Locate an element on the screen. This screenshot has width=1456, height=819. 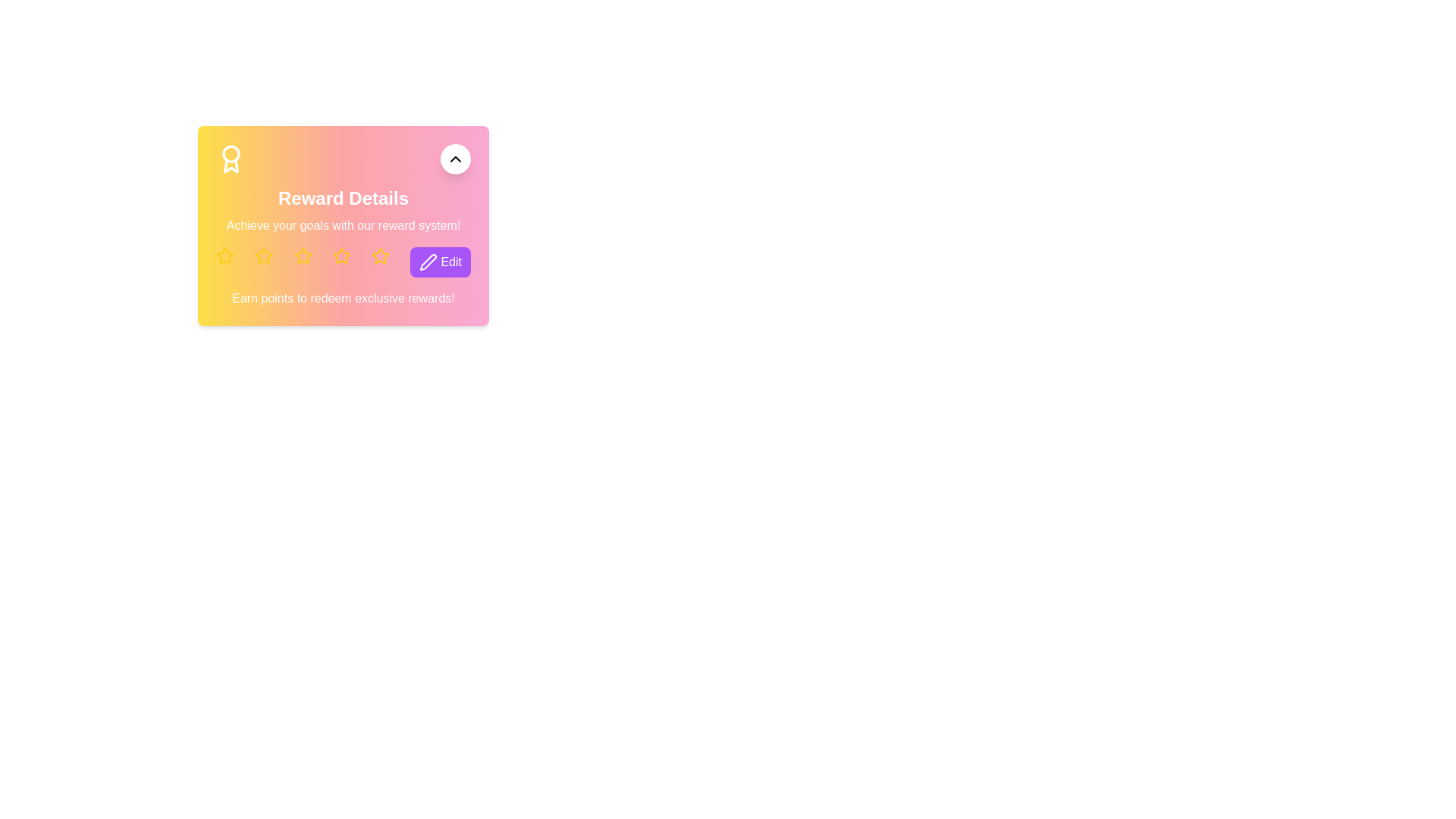
the fifth rating star in the 'Reward Details' section is located at coordinates (381, 255).